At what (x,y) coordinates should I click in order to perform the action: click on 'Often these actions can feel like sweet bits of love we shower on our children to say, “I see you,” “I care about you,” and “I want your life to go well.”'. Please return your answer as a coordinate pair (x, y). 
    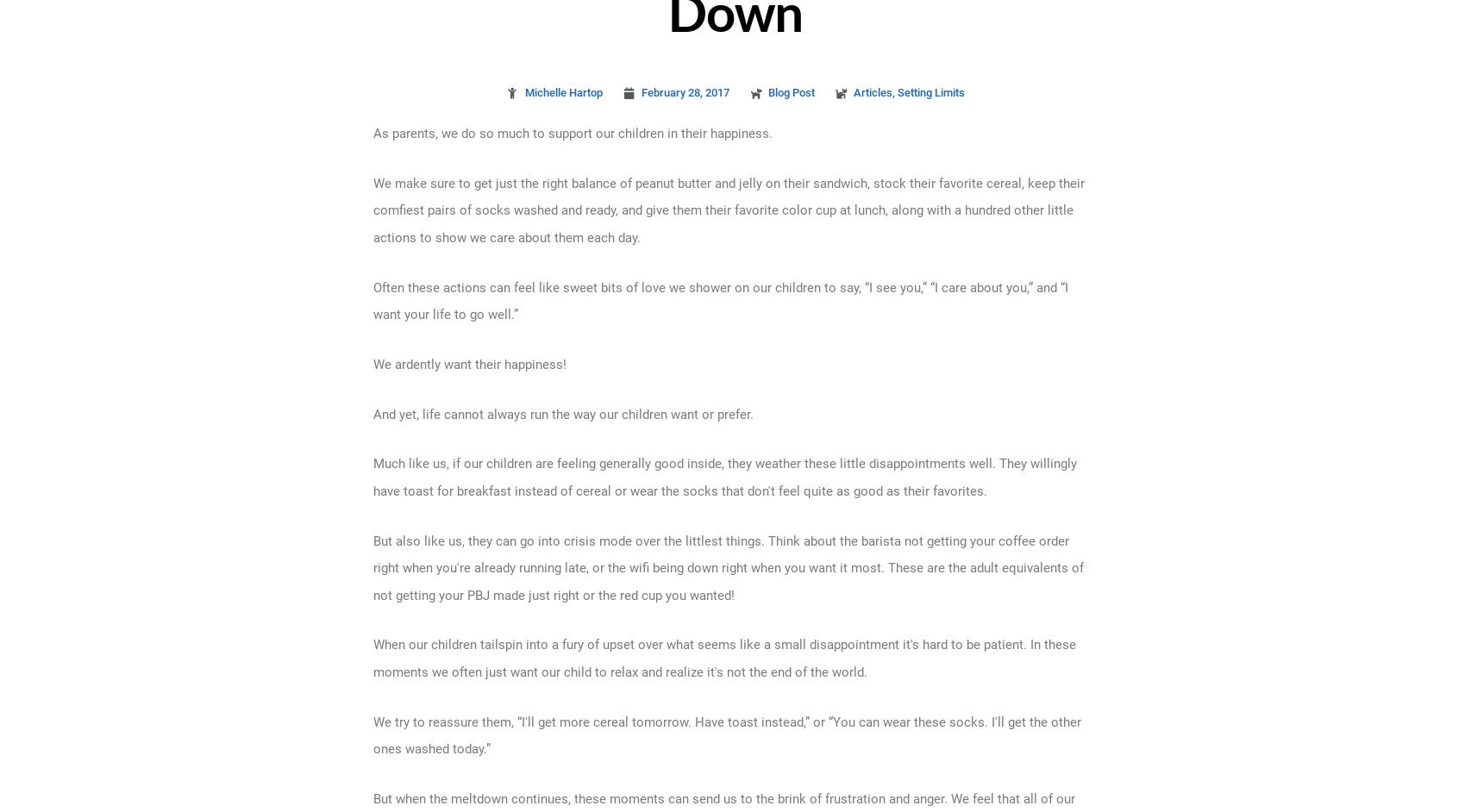
    Looking at the image, I should click on (719, 300).